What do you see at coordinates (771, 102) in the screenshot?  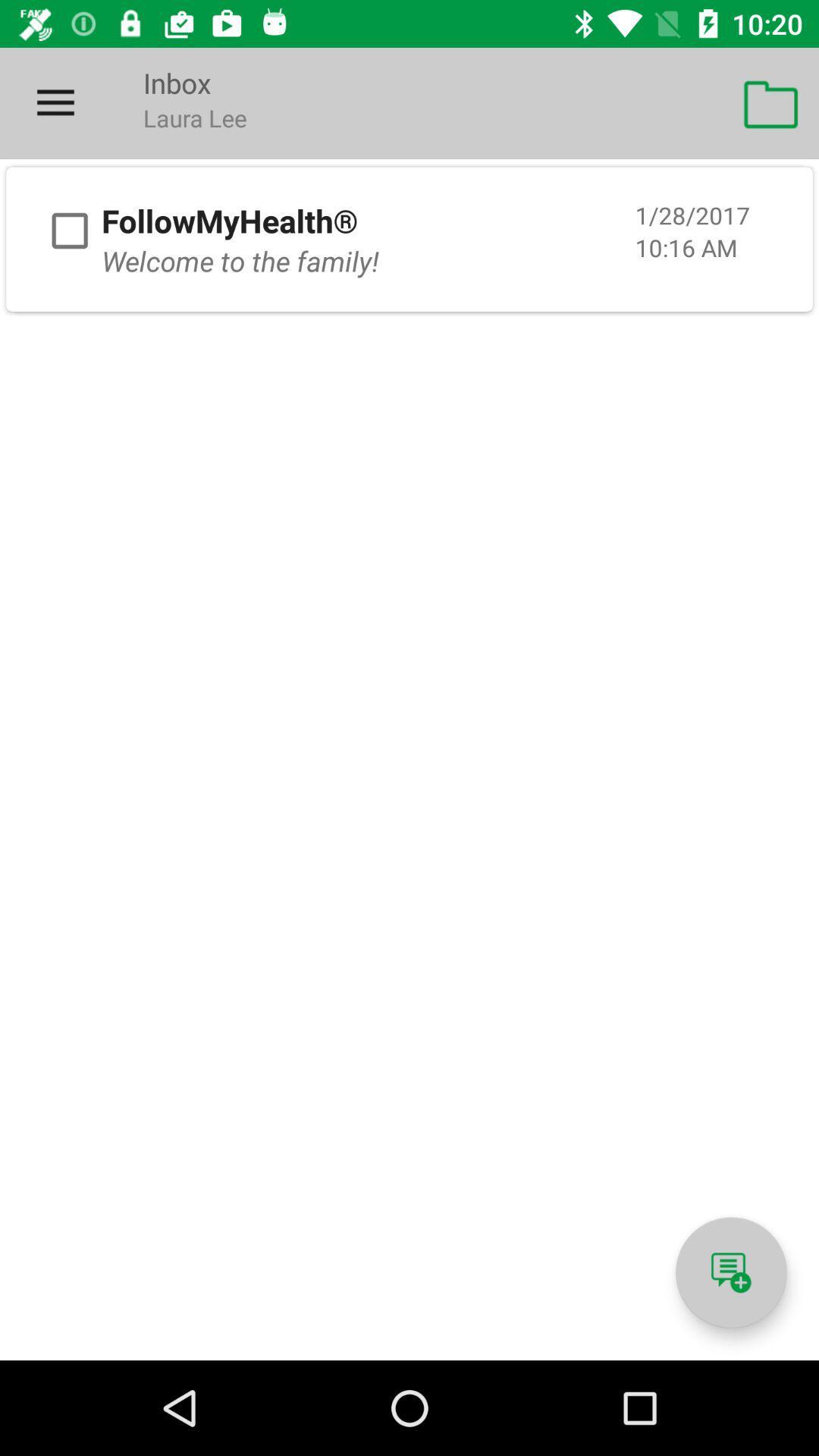 I see `icon above 1/28/2017 item` at bounding box center [771, 102].